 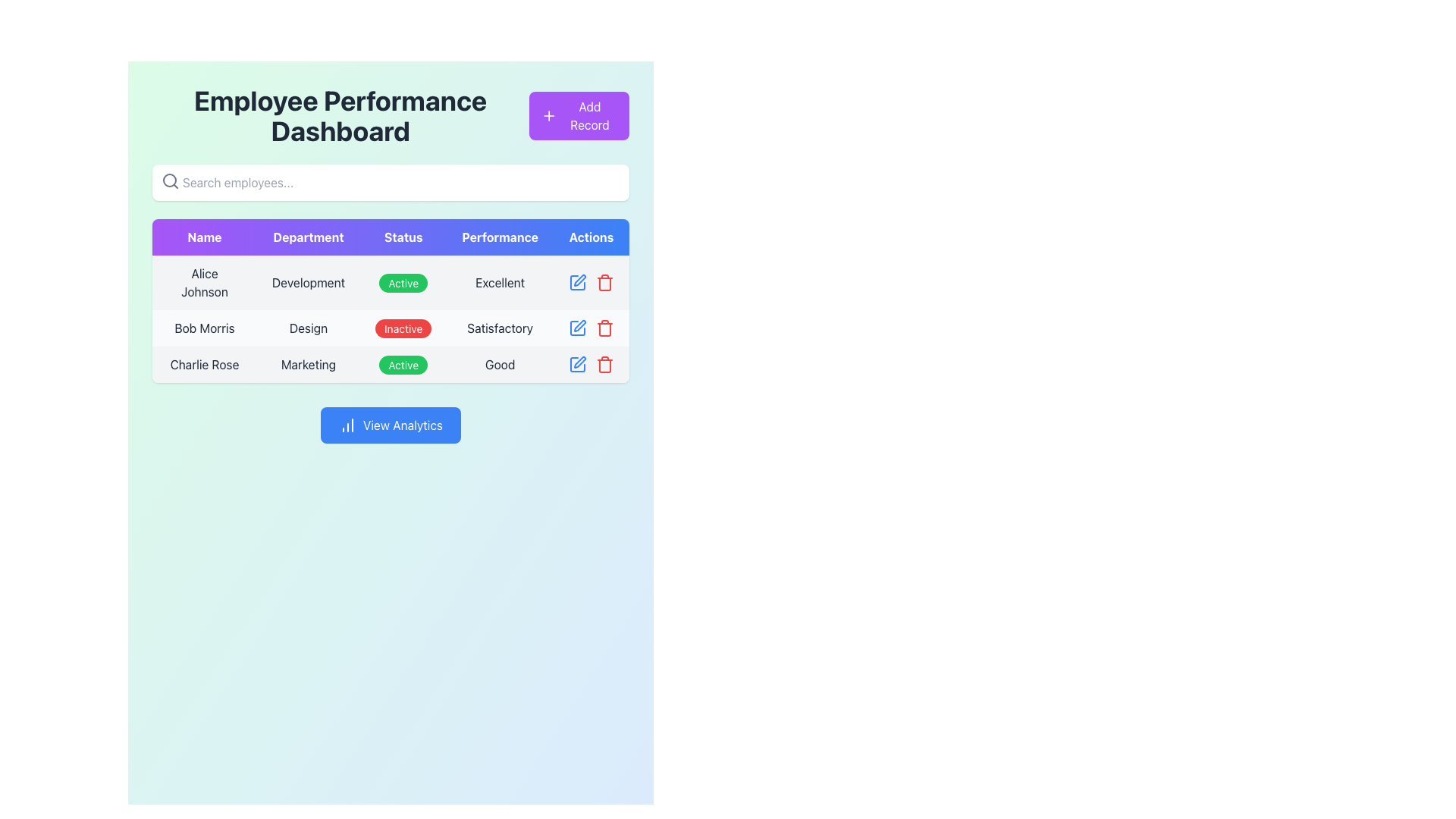 What do you see at coordinates (403, 283) in the screenshot?
I see `status value displayed in the 'Active' label under the 'Status' column for employee 'Alice Johnson'` at bounding box center [403, 283].